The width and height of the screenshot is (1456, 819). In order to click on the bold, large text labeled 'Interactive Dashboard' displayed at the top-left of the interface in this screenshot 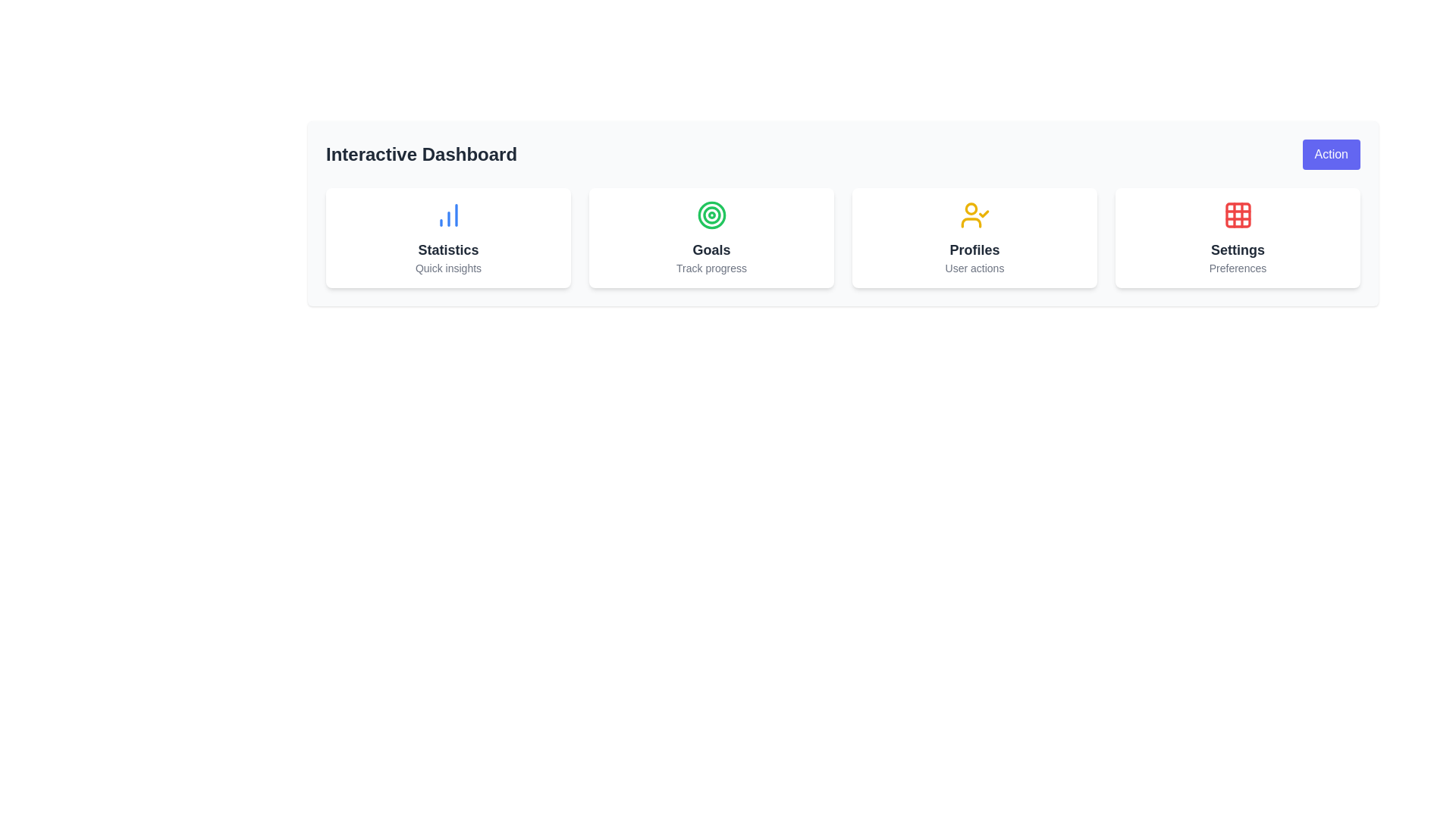, I will do `click(422, 155)`.